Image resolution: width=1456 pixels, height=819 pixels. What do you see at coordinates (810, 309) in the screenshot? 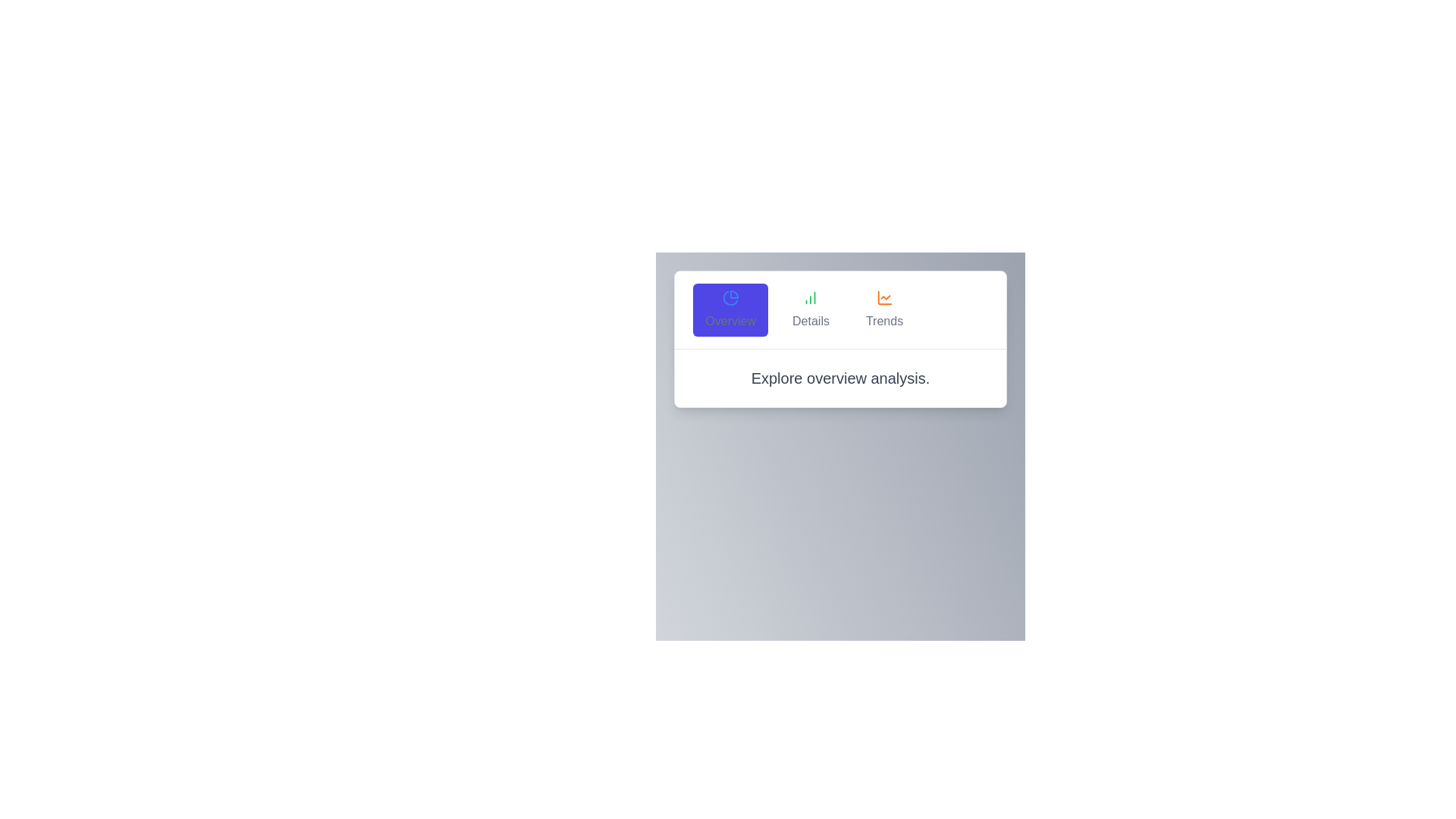
I see `the Details tab to view its content` at bounding box center [810, 309].